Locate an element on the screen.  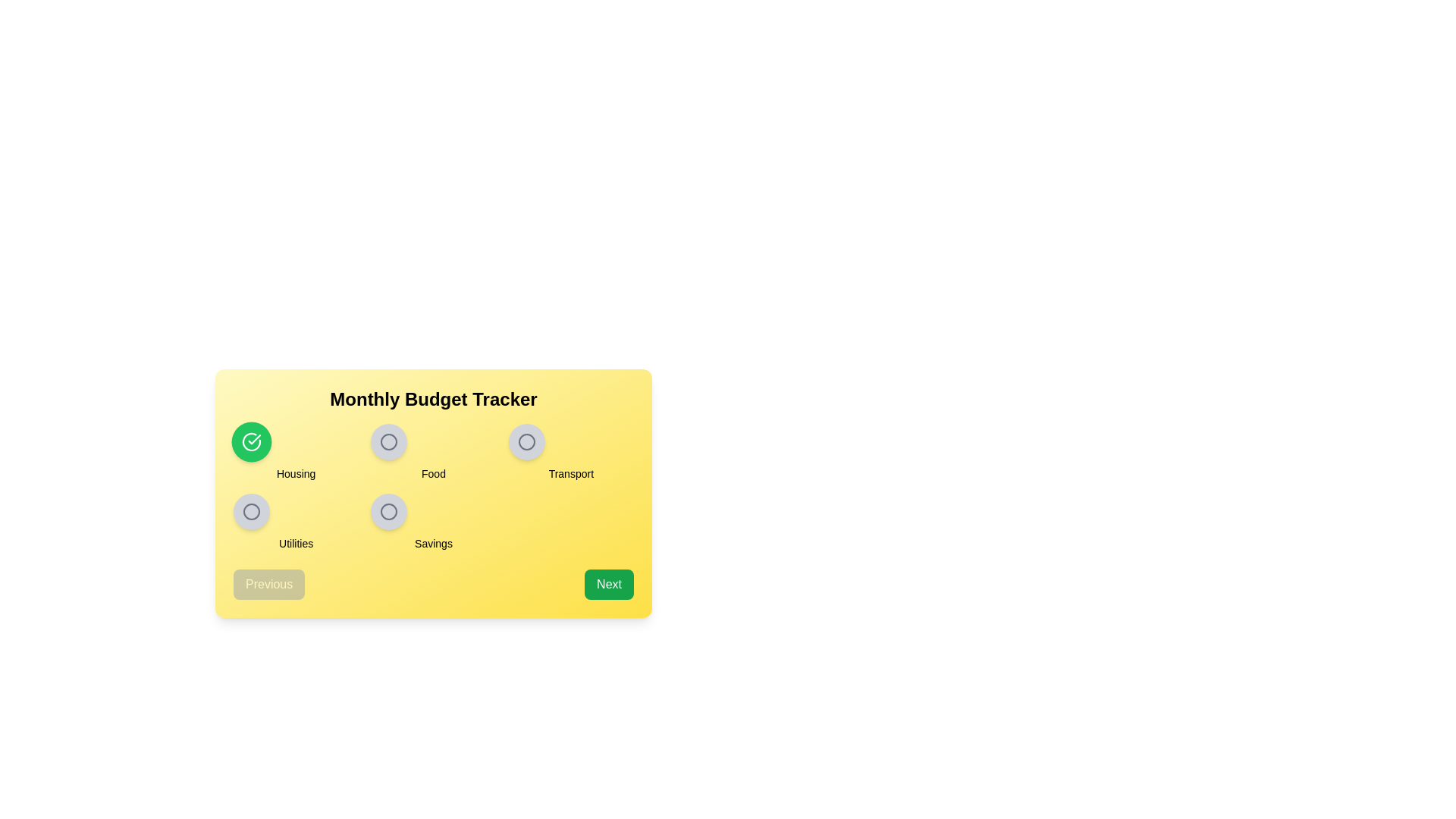
the interactive button representing the 'Food' category in the grid layout of the 'Monthly Budget Tracker' to potentially view additional details is located at coordinates (432, 488).